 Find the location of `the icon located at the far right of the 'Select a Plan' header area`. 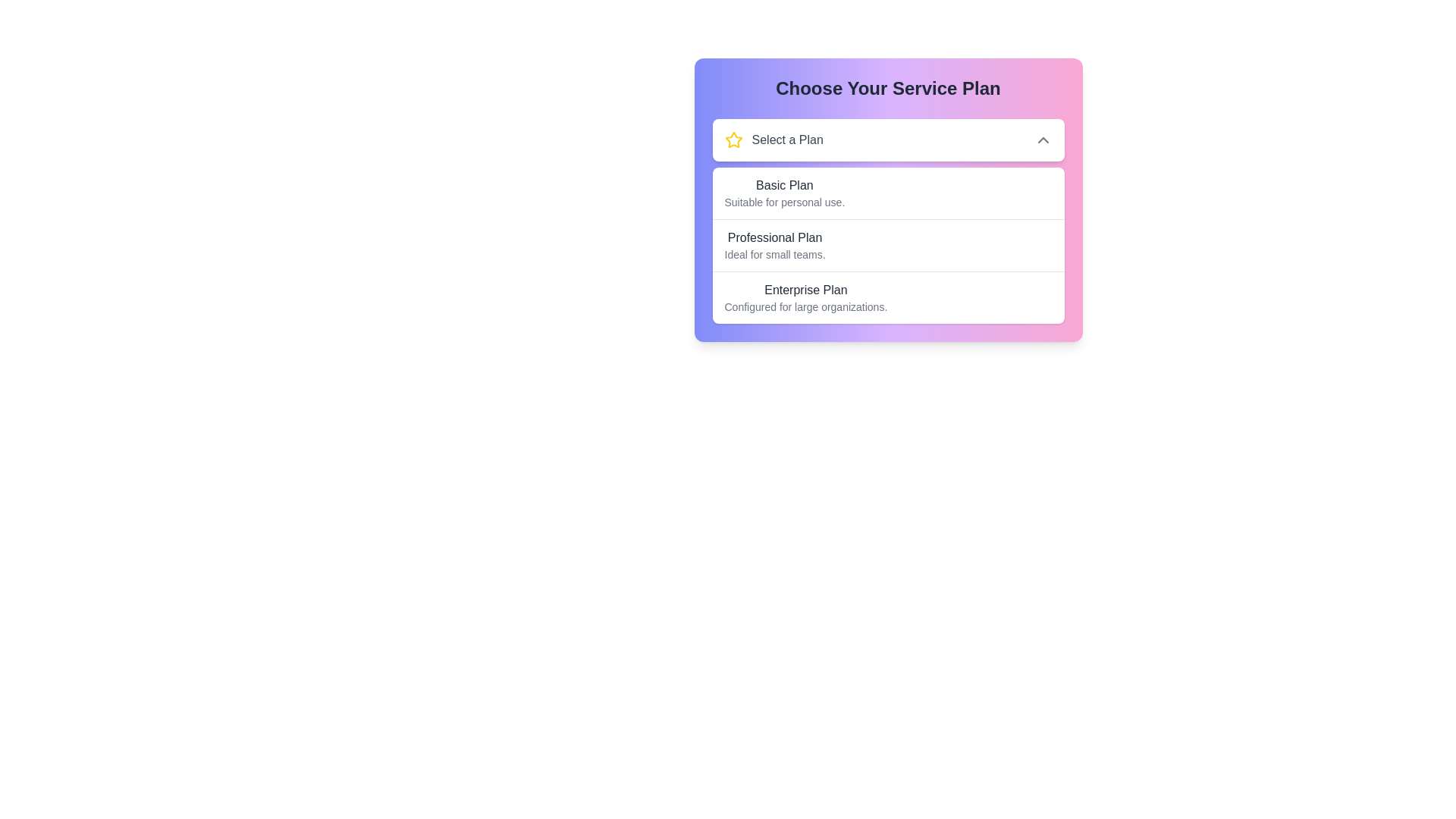

the icon located at the far right of the 'Select a Plan' header area is located at coordinates (1042, 140).